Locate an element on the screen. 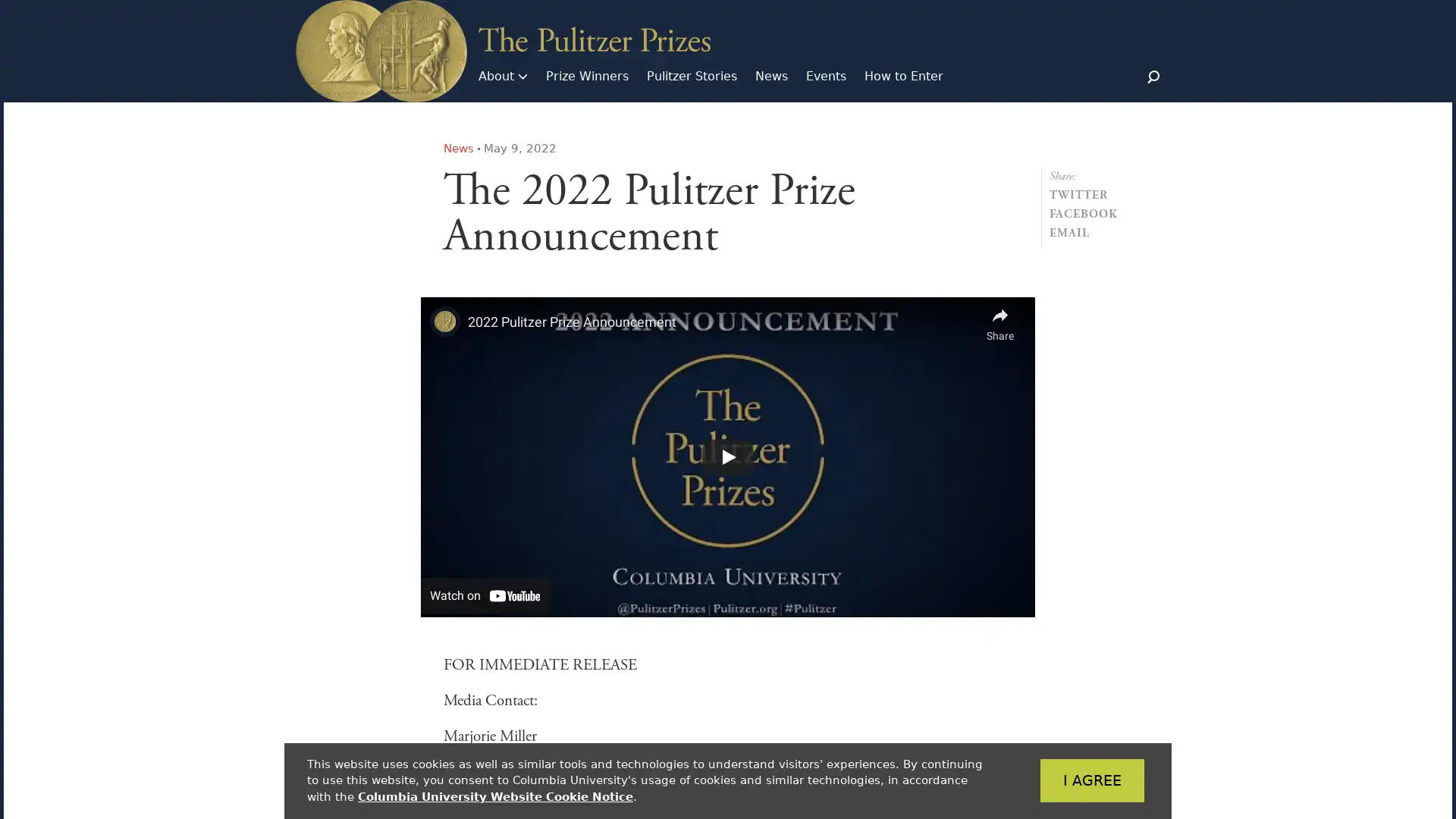 The height and width of the screenshot is (819, 1456). Close Cookie Notice I AGREE is located at coordinates (1068, 780).